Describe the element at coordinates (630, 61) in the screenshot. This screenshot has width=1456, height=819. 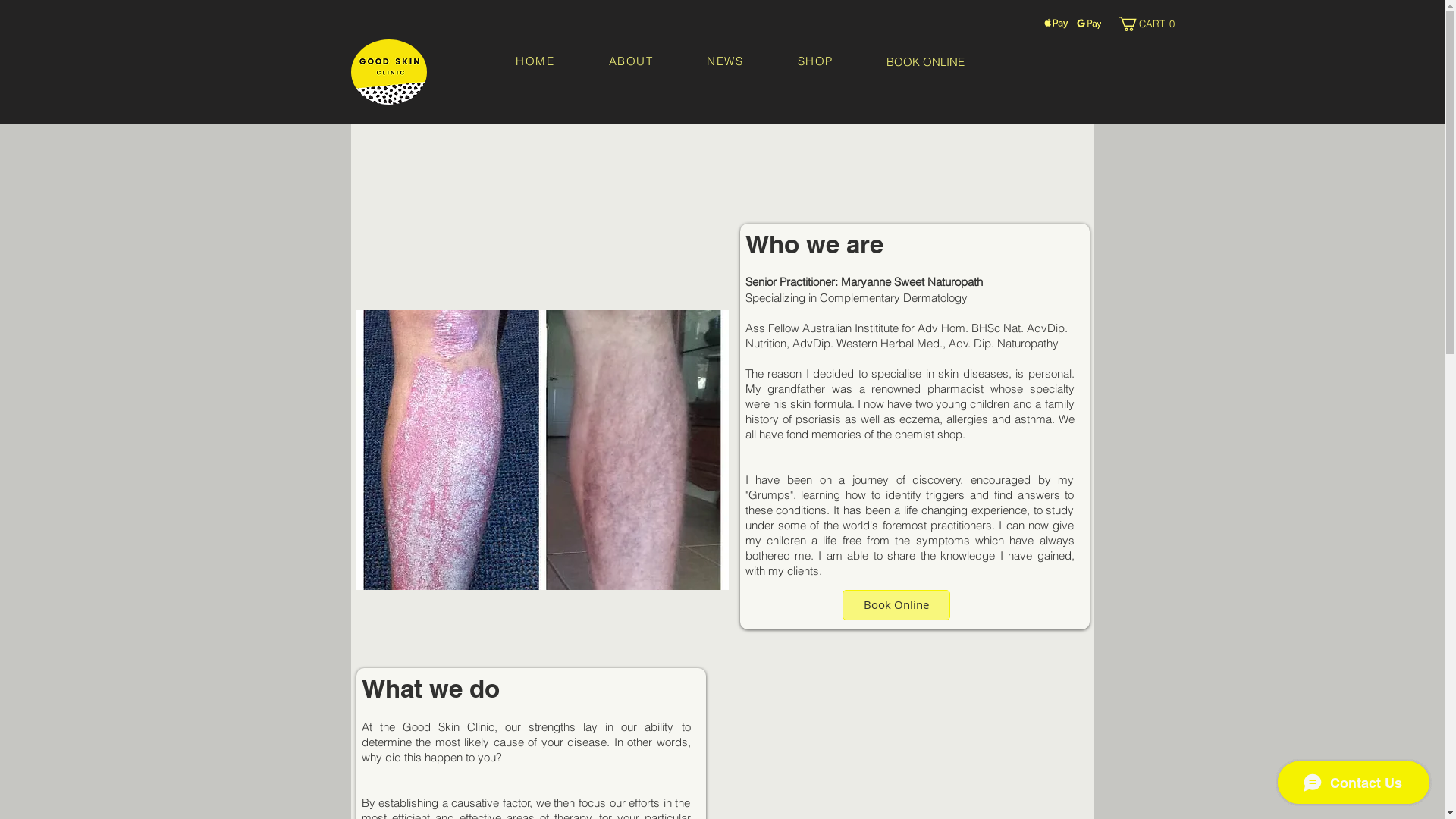
I see `'ABOUT'` at that location.